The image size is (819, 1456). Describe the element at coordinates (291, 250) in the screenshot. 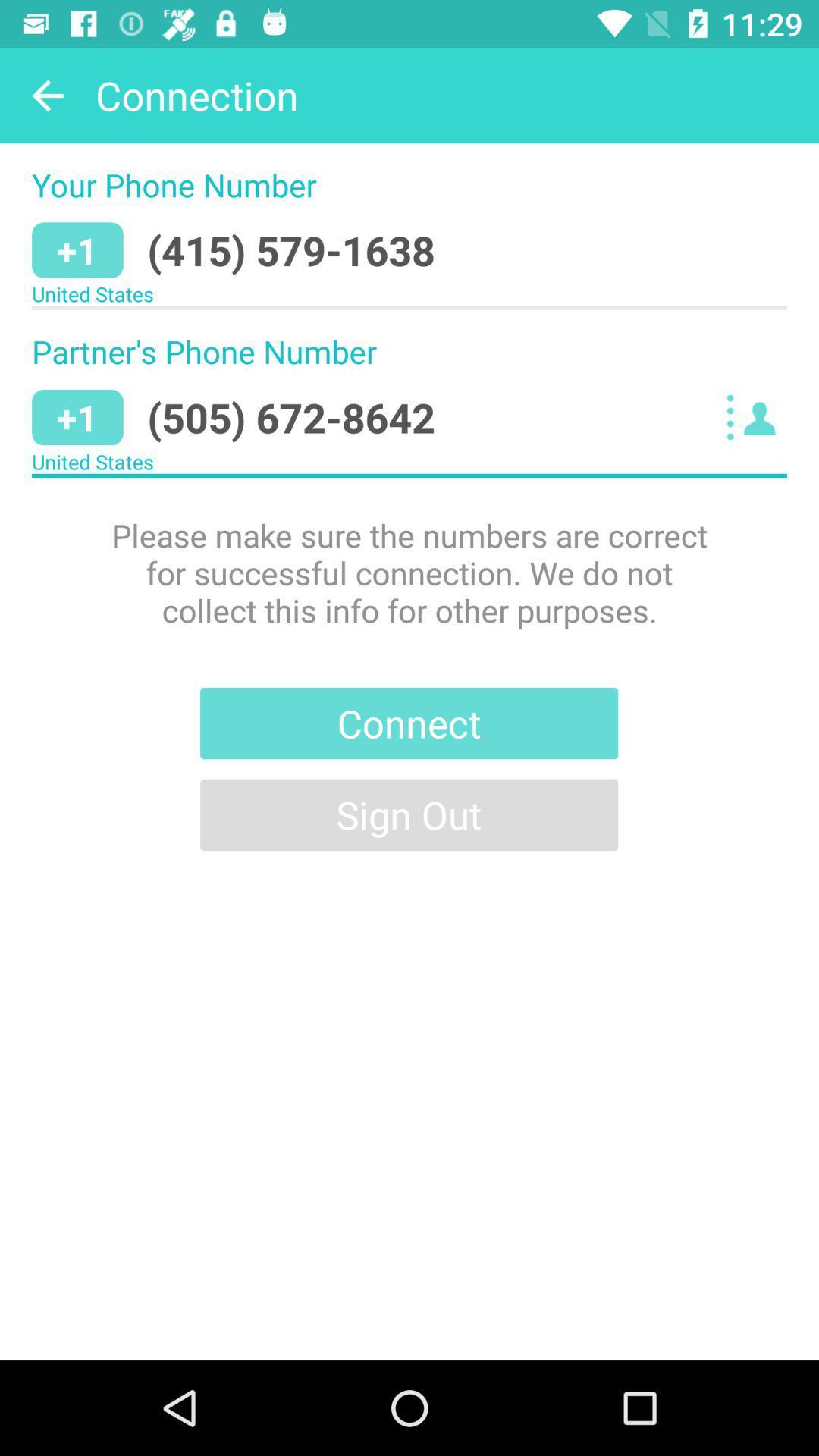

I see `the (415) 579-1638 item` at that location.